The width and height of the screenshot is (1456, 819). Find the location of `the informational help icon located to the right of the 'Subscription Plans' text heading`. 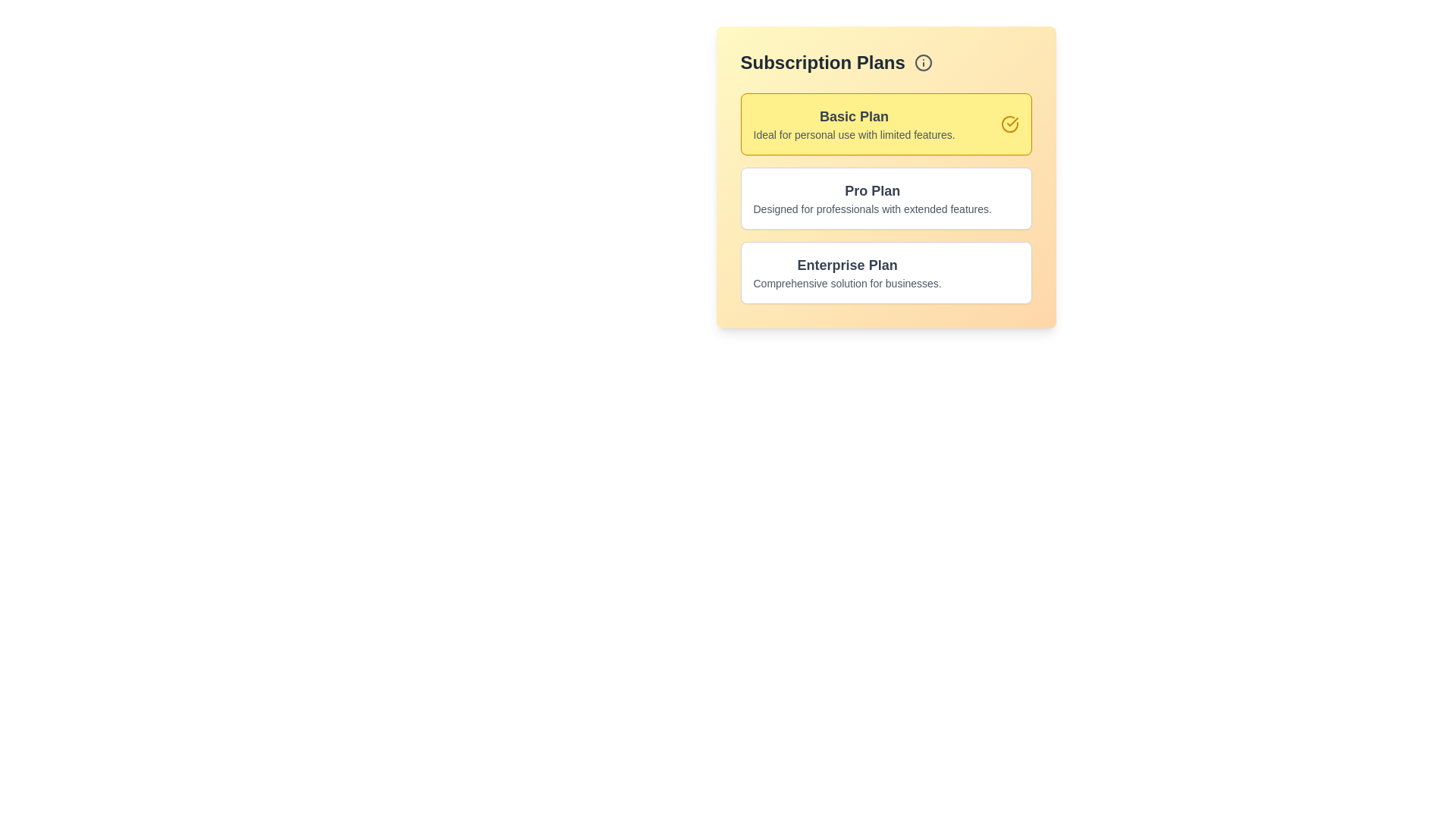

the informational help icon located to the right of the 'Subscription Plans' text heading is located at coordinates (922, 62).